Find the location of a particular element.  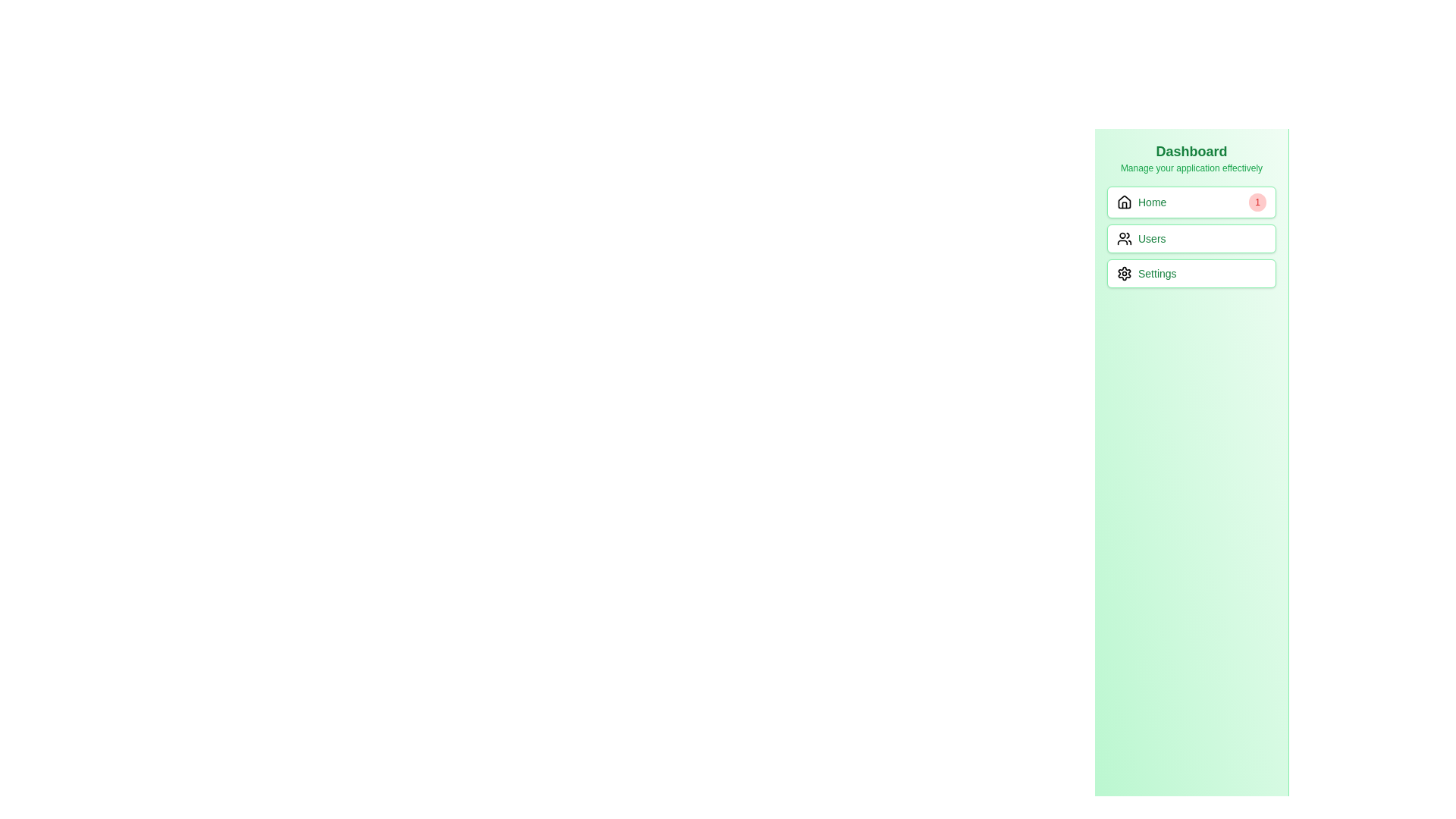

the 'Users' button which contains an icon of multiple users arranged side-by-side, located in the vertical navigation menu is located at coordinates (1125, 239).